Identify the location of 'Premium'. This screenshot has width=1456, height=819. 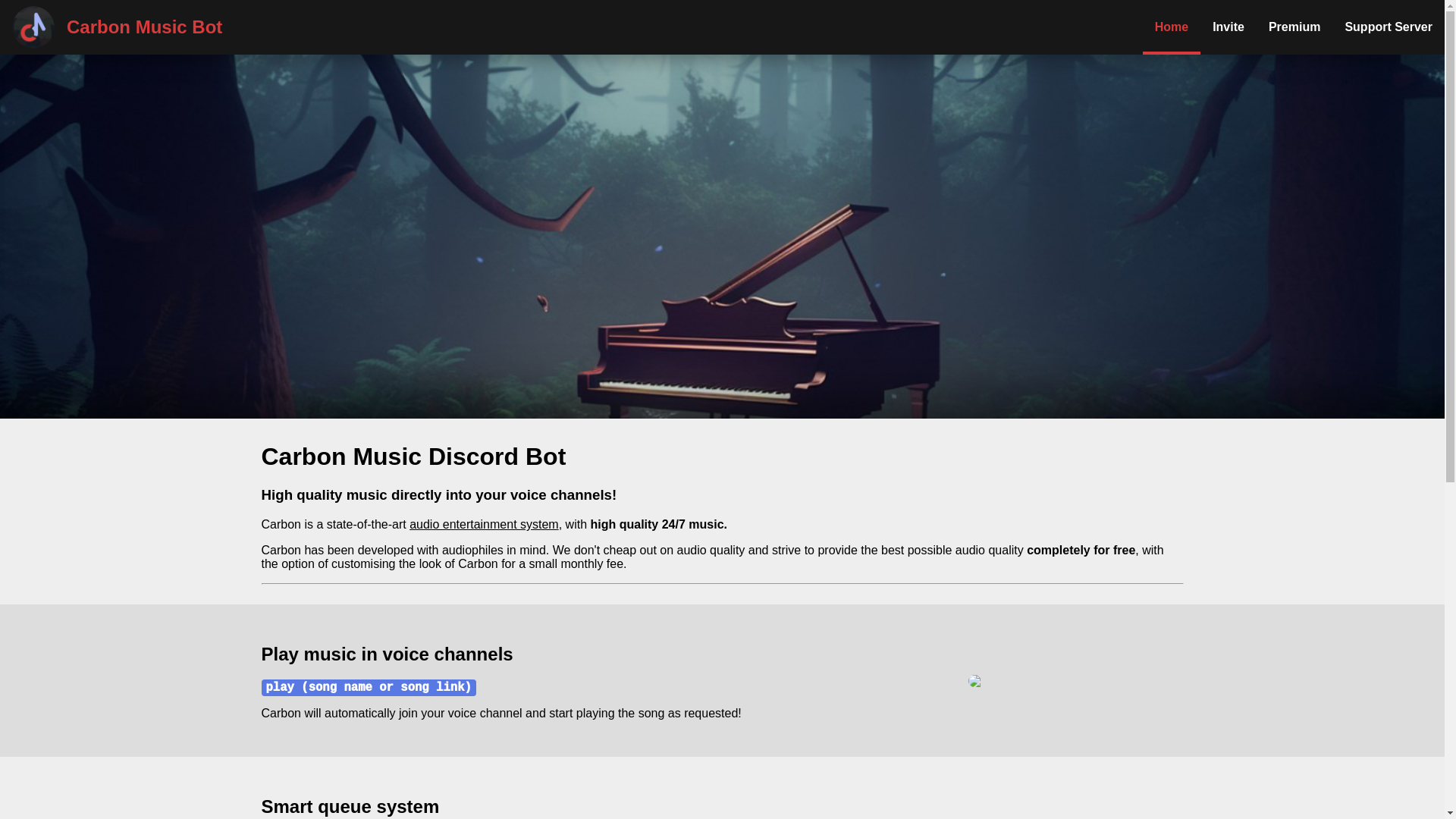
(1294, 27).